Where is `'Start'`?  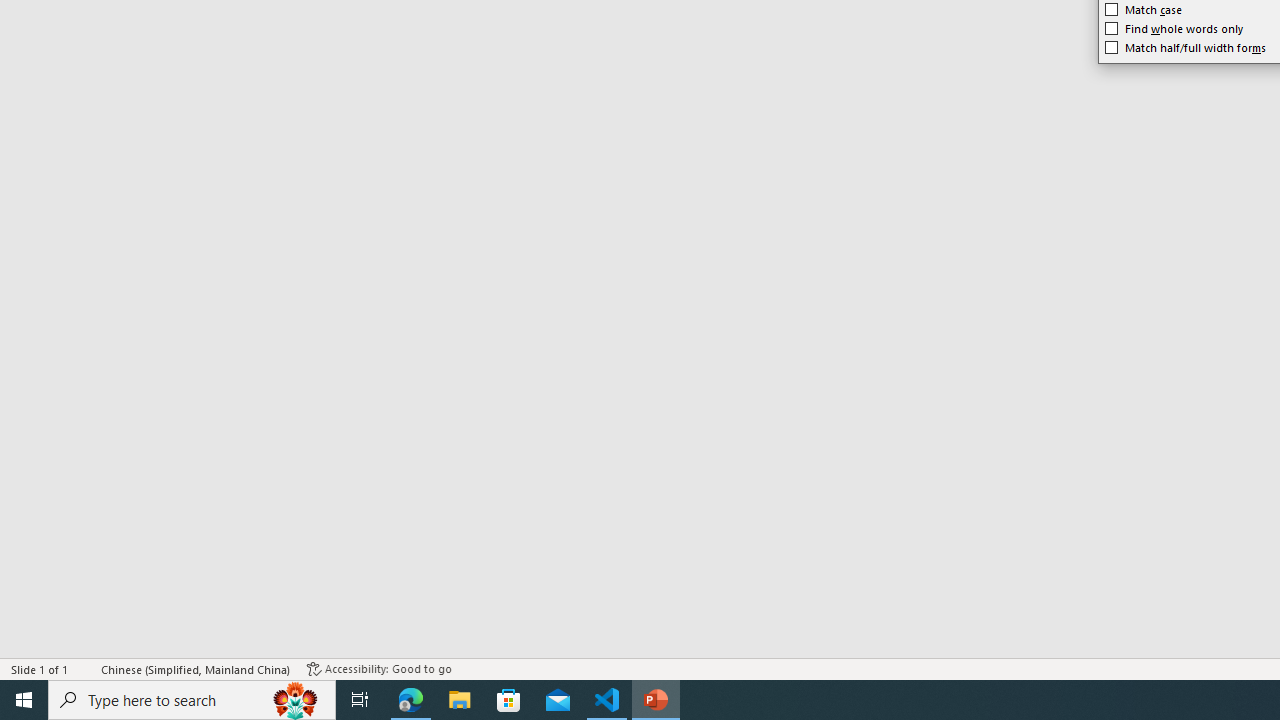
'Start' is located at coordinates (24, 698).